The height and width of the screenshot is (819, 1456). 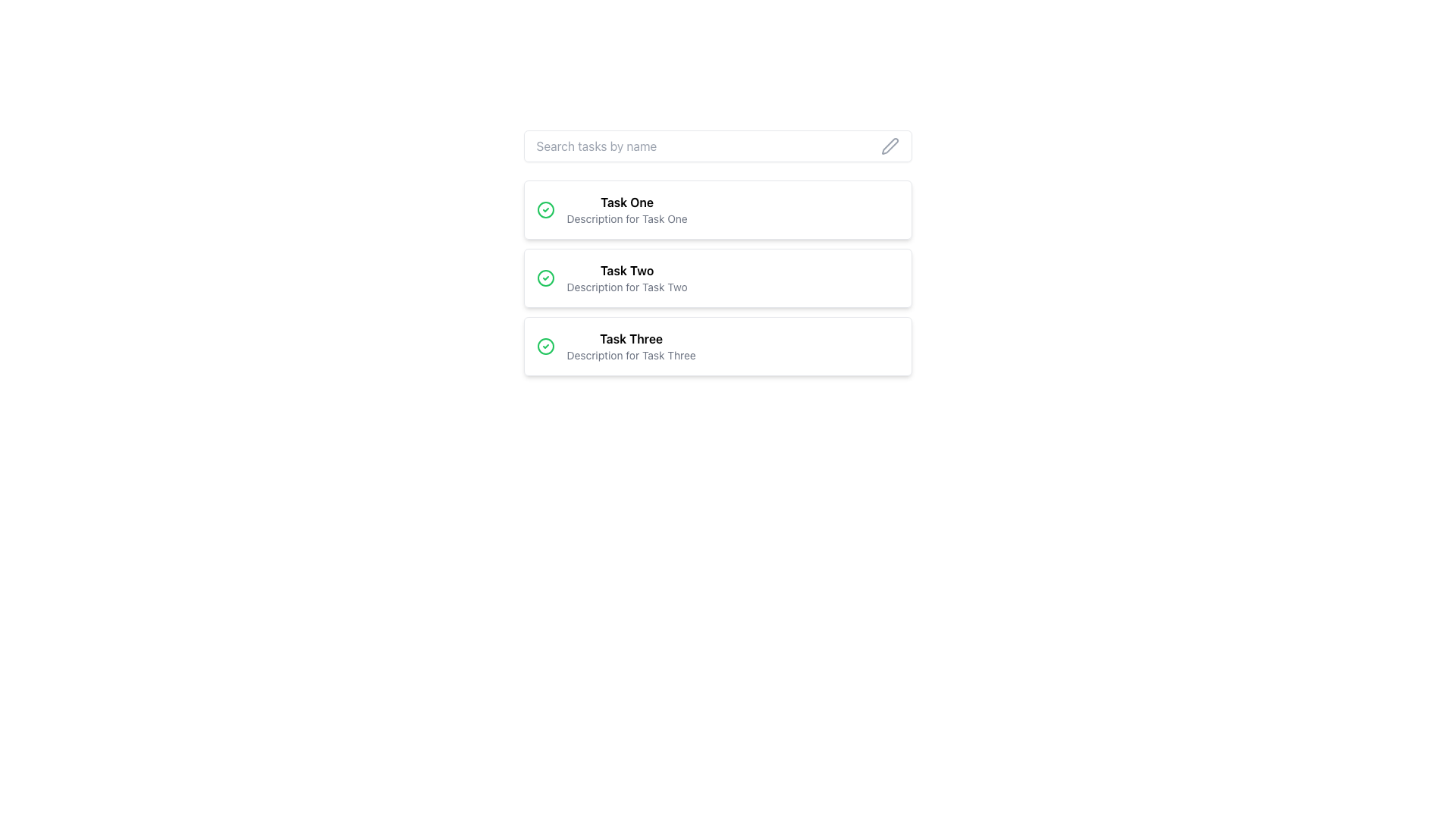 I want to click on the Text Block containing the title 'Task Two' and description 'Description for Task Two', which is centrally located in the second item of the task list, so click(x=627, y=278).